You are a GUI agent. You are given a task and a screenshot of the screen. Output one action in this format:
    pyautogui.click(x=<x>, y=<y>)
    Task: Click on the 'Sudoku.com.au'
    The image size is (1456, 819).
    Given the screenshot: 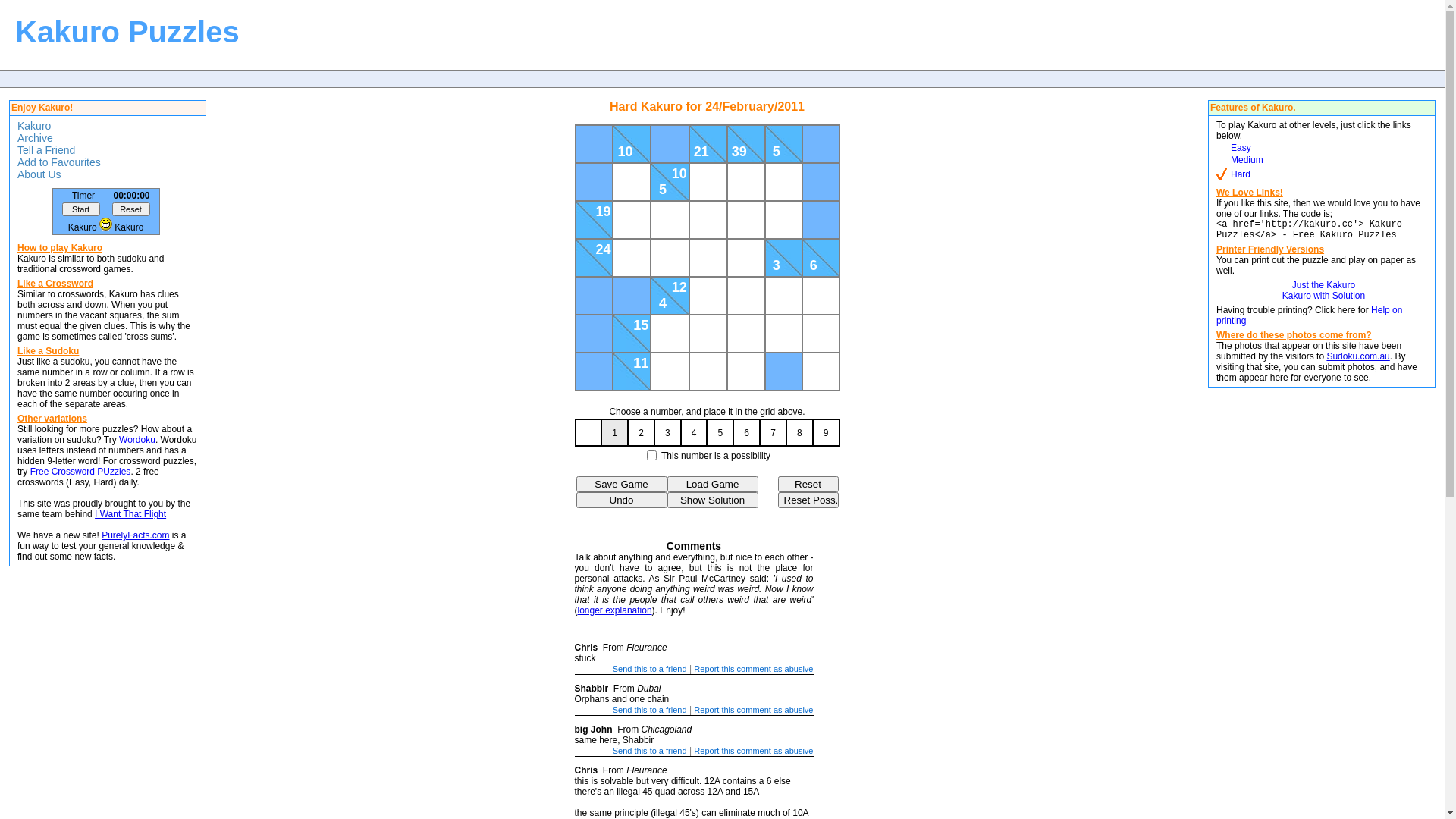 What is the action you would take?
    pyautogui.click(x=1357, y=356)
    